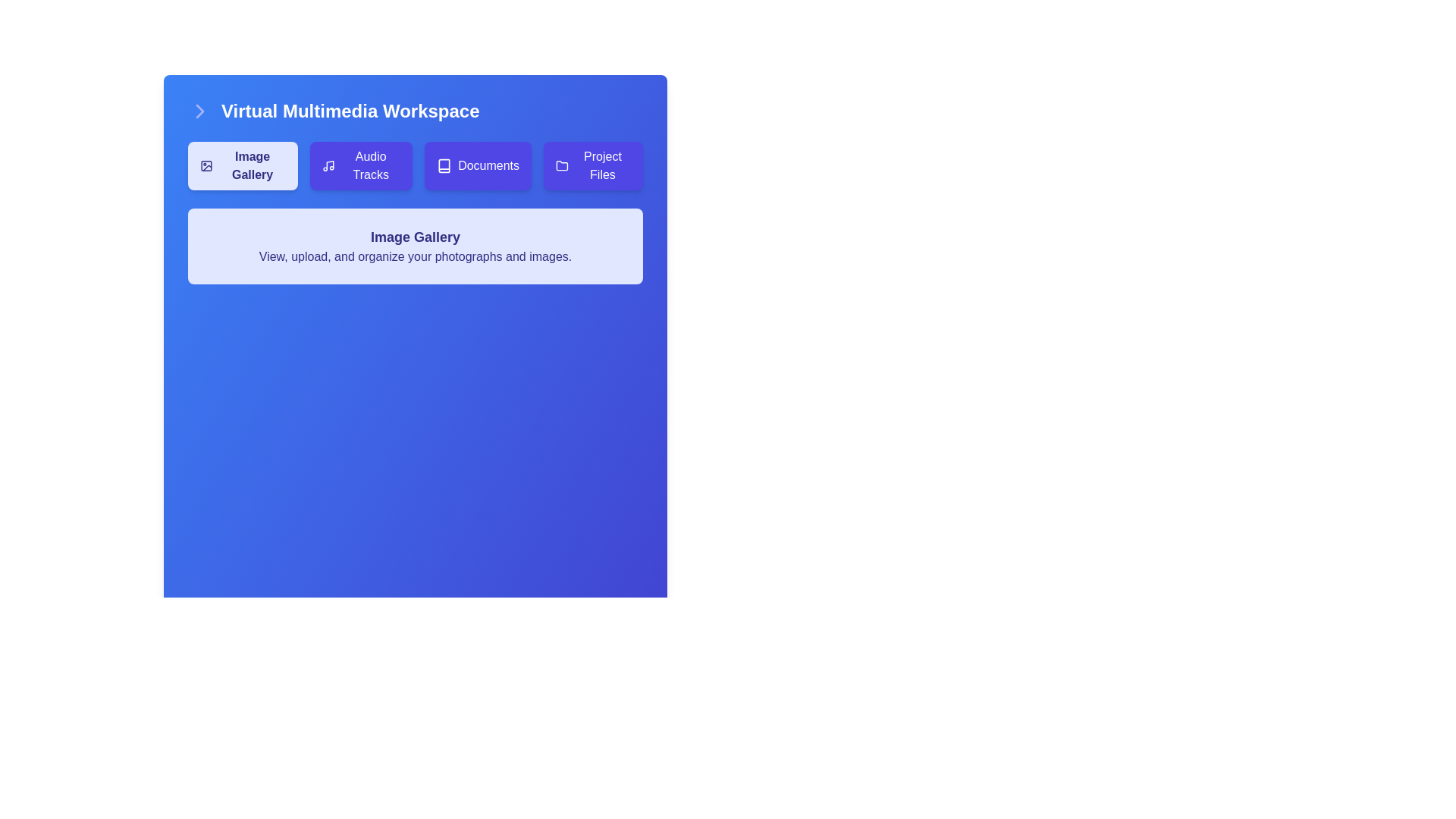  I want to click on the chevron arrow icon located in the upper-left corner of the title bar containing 'Virtual Multimedia Workspace', so click(199, 110).